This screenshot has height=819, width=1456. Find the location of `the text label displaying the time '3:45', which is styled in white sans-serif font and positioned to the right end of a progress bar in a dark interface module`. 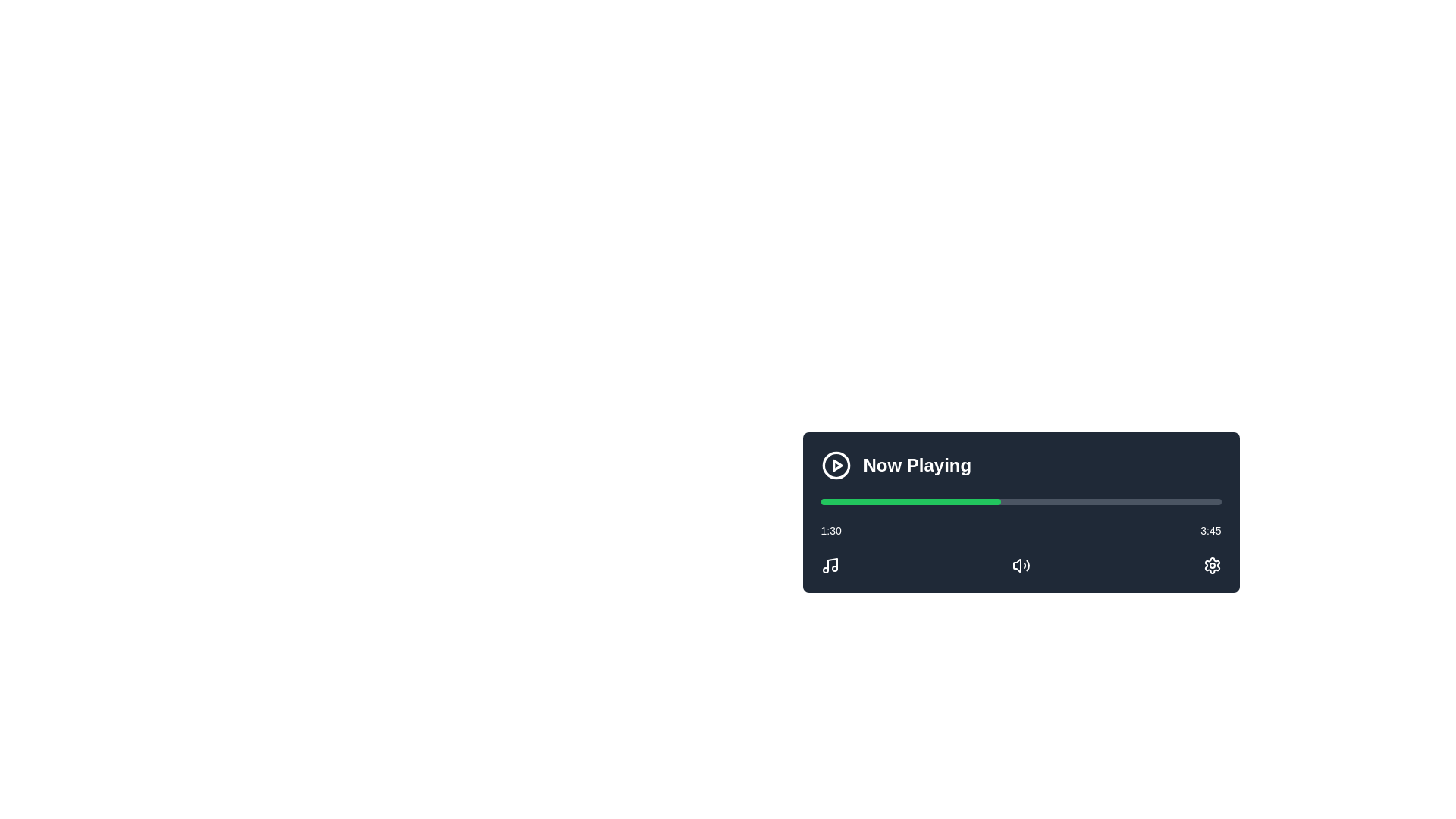

the text label displaying the time '3:45', which is styled in white sans-serif font and positioned to the right end of a progress bar in a dark interface module is located at coordinates (1210, 529).